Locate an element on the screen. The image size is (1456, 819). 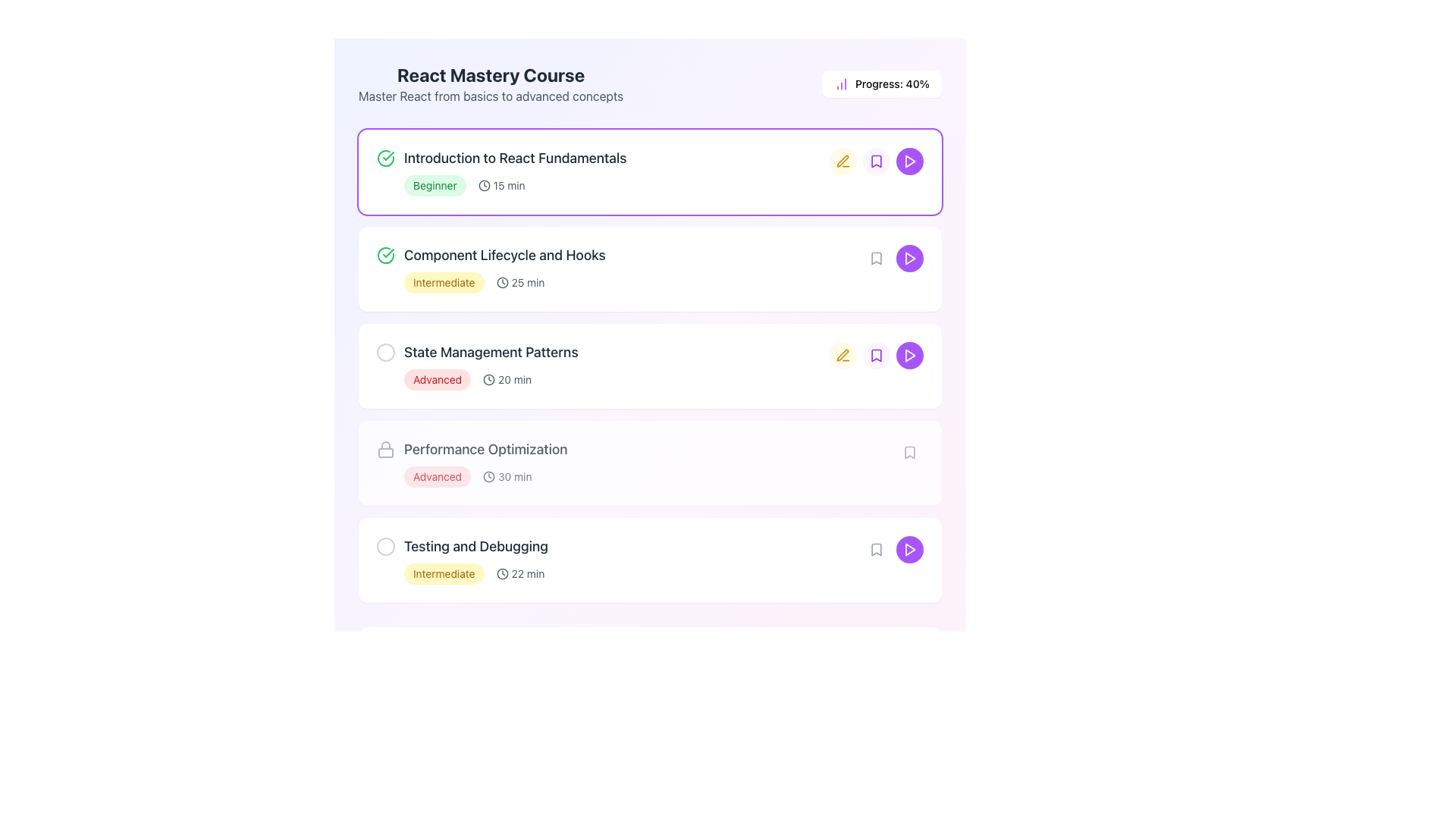
the text label reading 'Introduction to React Fundamentals' which is the first entry under the course overview header is located at coordinates (602, 158).